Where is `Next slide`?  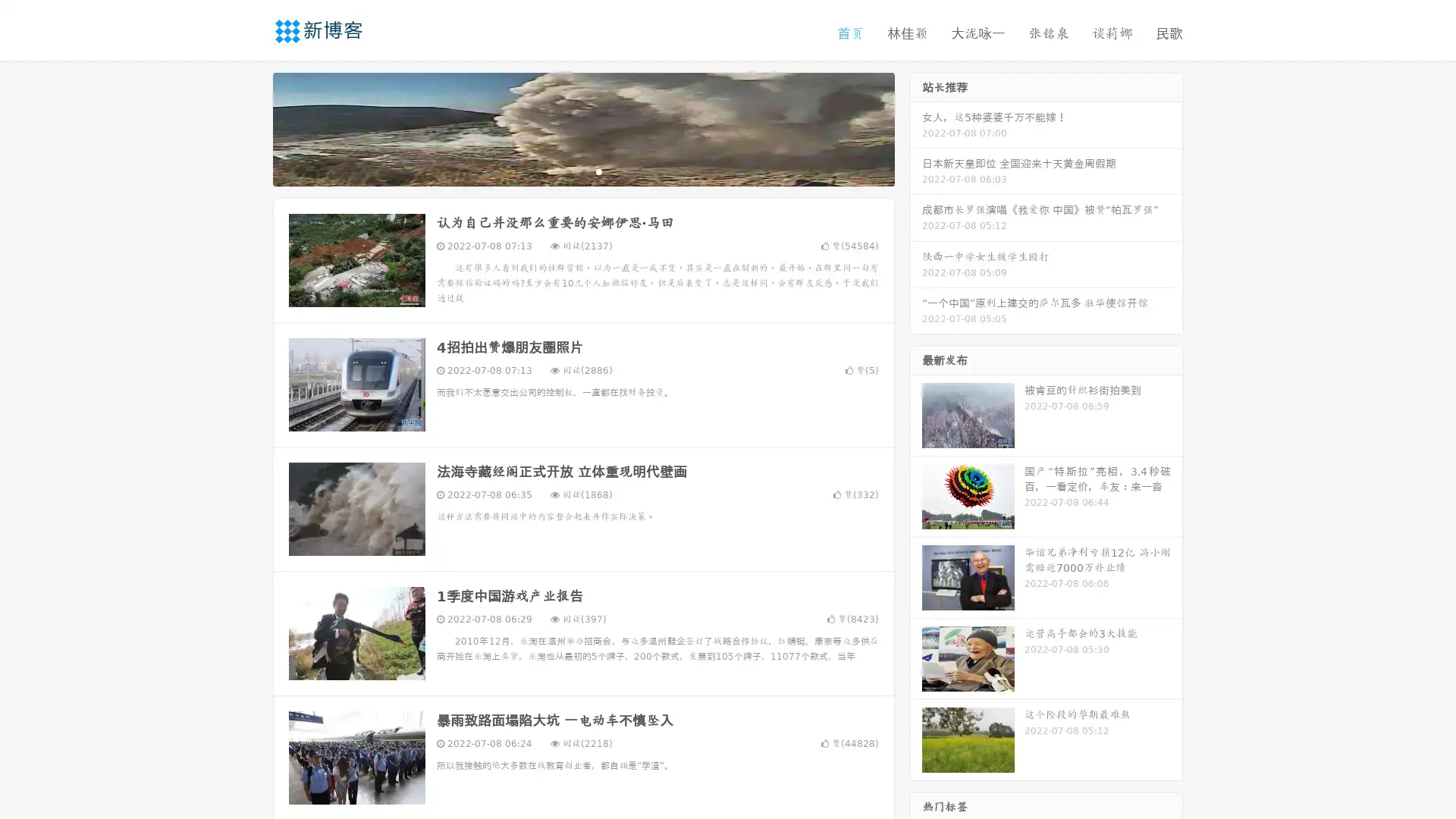
Next slide is located at coordinates (916, 127).